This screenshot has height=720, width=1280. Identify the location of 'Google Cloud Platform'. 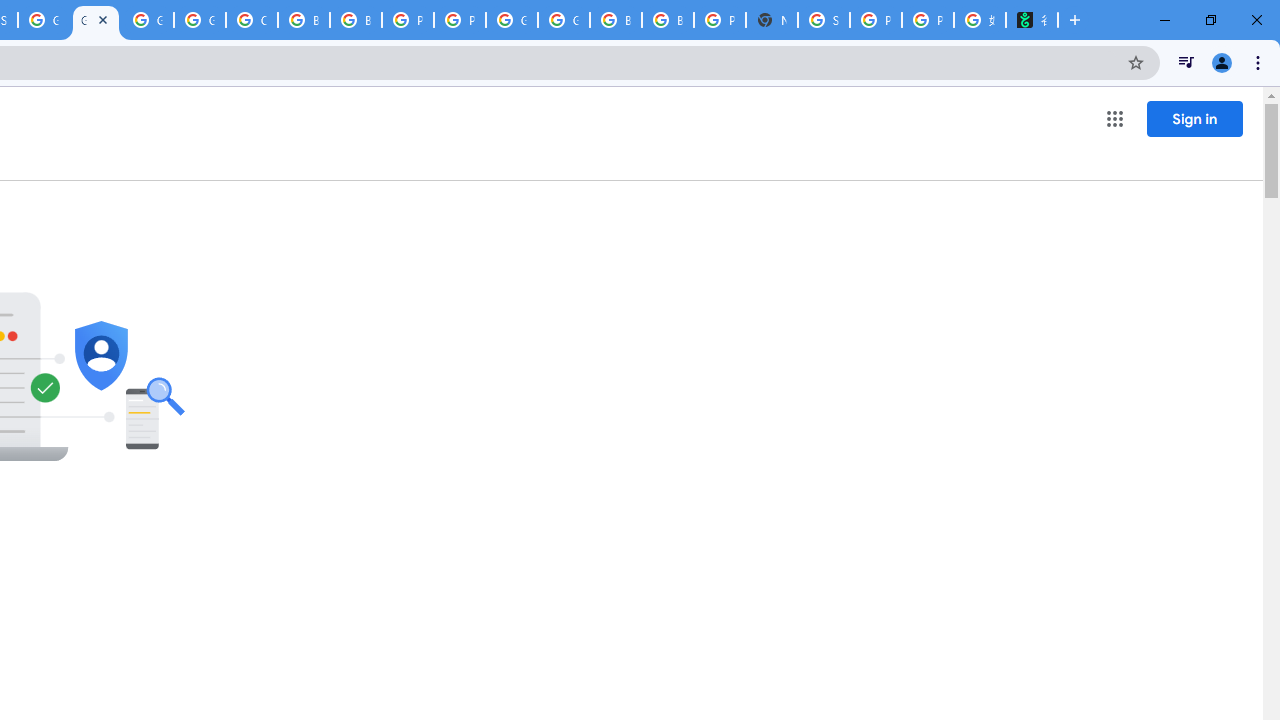
(512, 20).